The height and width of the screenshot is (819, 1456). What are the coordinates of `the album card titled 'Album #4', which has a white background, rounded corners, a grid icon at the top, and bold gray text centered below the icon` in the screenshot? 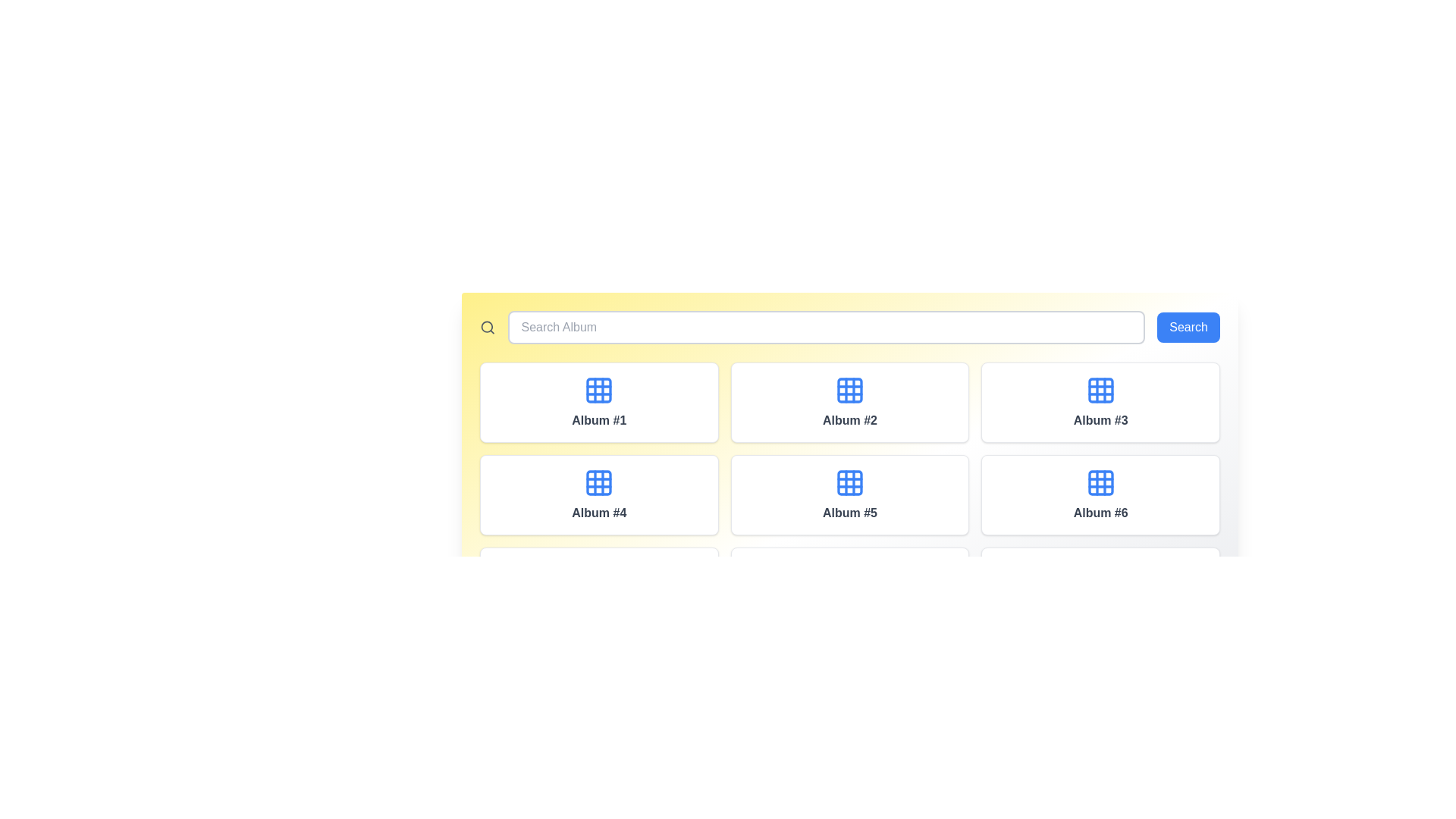 It's located at (598, 494).